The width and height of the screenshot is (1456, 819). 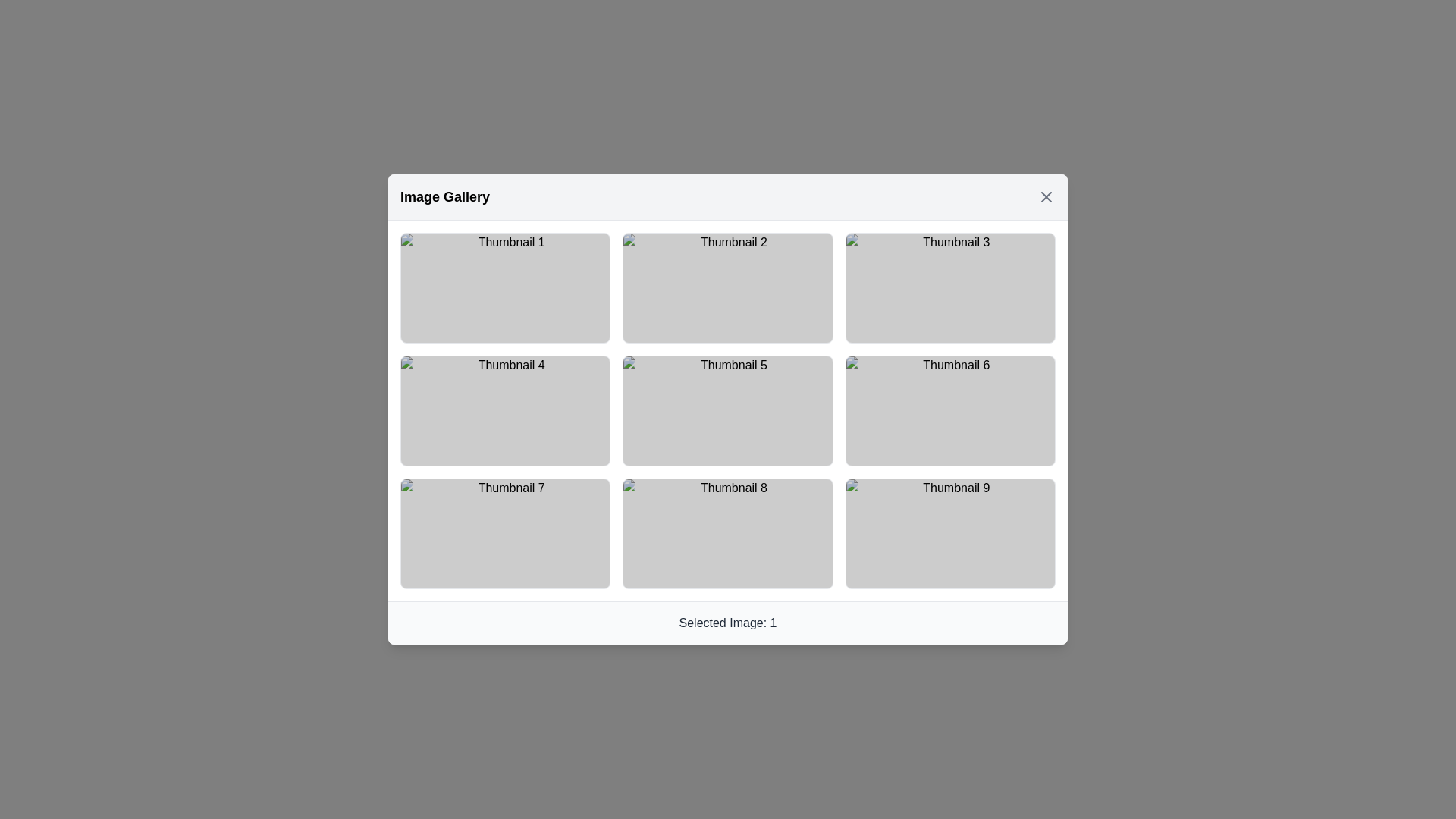 I want to click on the transparent overlay with a black background in the image gallery that increases opacity when hovered, so click(x=505, y=411).